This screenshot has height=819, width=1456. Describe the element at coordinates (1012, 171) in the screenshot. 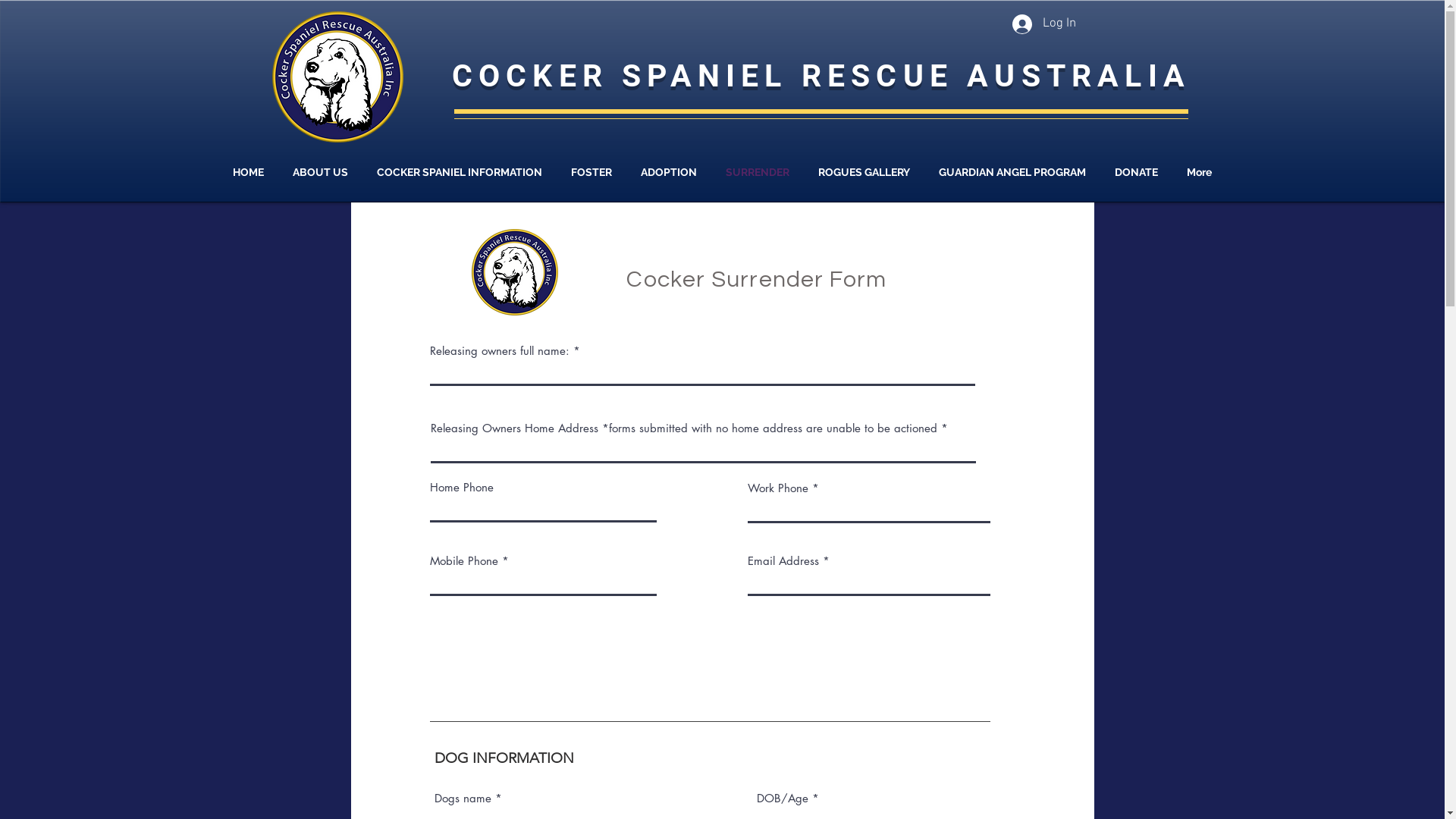

I see `'GUARDIAN ANGEL PROGRAM'` at that location.